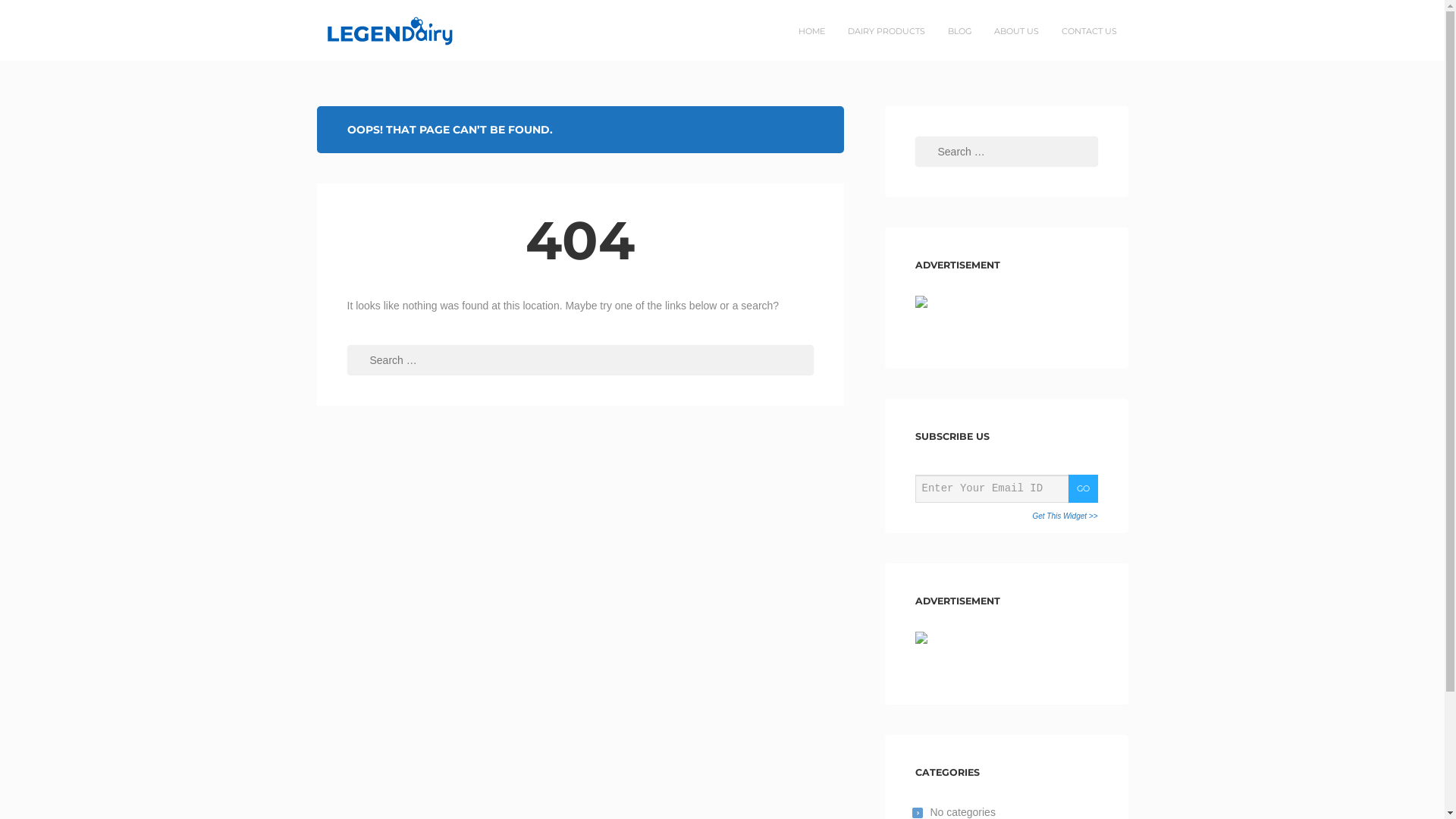 The width and height of the screenshot is (1456, 819). What do you see at coordinates (1087, 31) in the screenshot?
I see `'CONTACT US'` at bounding box center [1087, 31].